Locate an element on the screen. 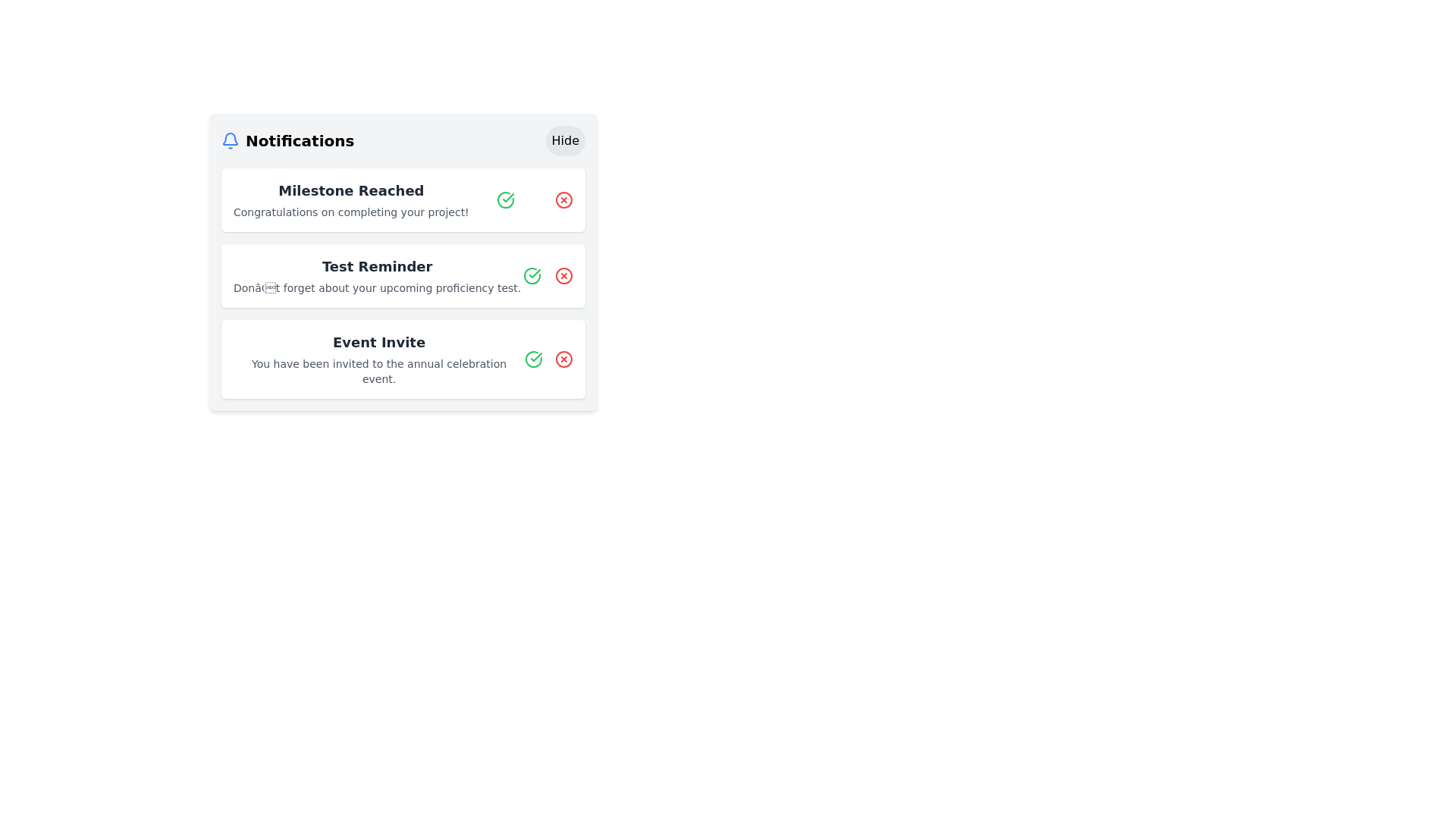 The image size is (1456, 819). the circular red outlined icon with a red 'X' centered within it, located in the top-right corner of the 'Milestone Reached' notification card is located at coordinates (563, 199).